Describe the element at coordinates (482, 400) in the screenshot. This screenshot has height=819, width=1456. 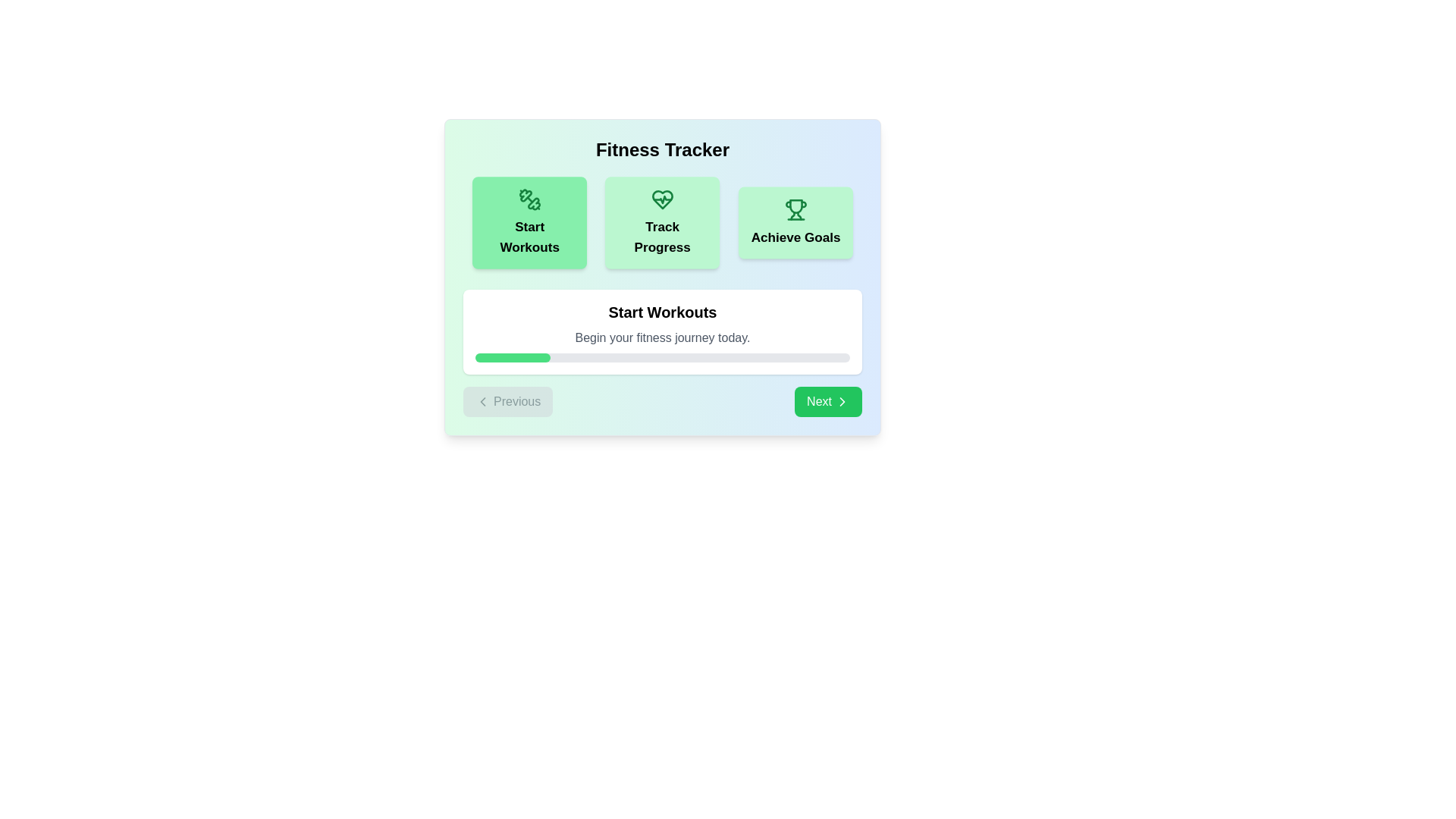
I see `the left-pointing chevron icon inside the circular button` at that location.